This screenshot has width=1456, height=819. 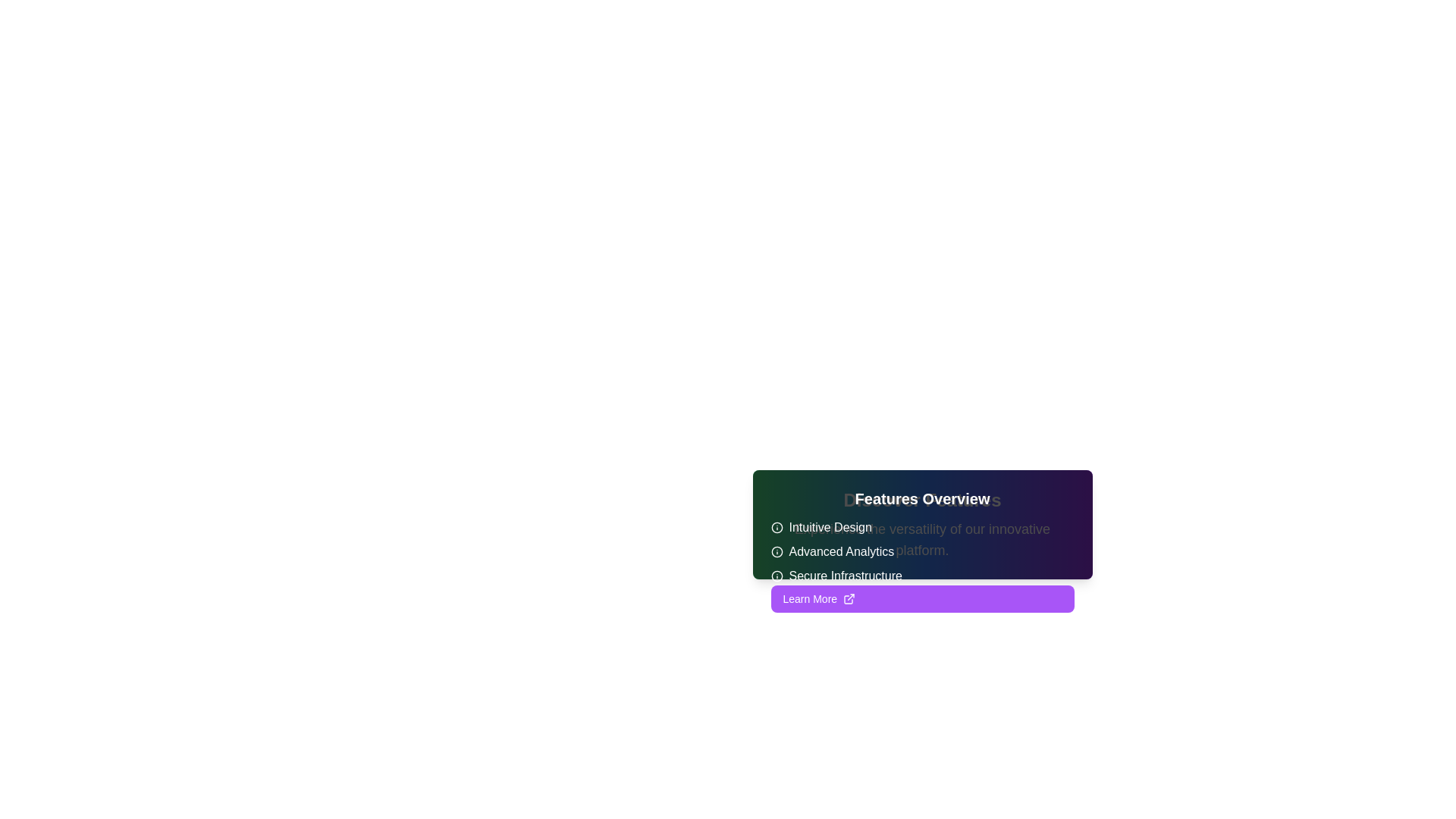 What do you see at coordinates (777, 576) in the screenshot?
I see `the decorative vector graphic component, which is a circular icon adjacent to the text 'Secure Infrastructure'` at bounding box center [777, 576].